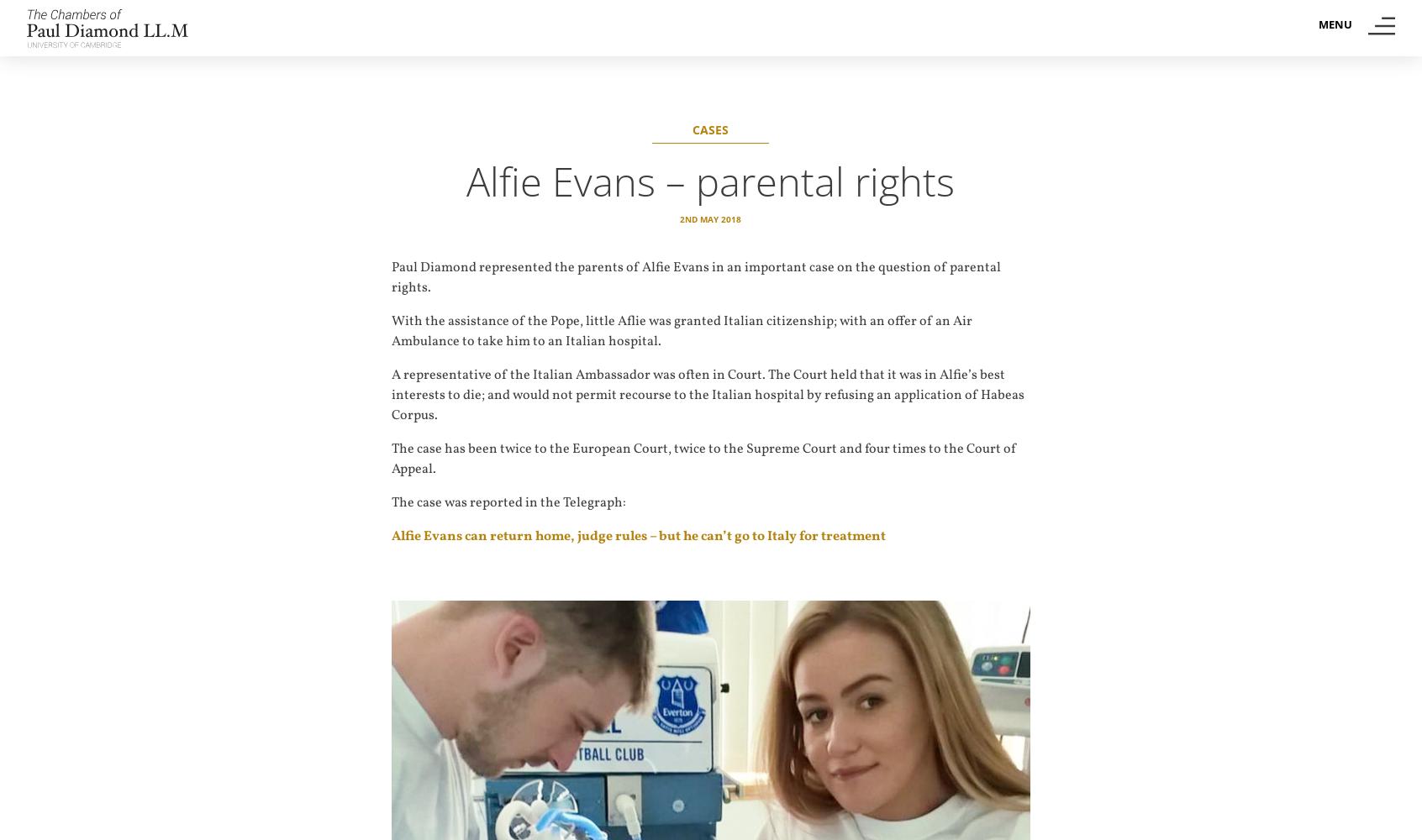  I want to click on 'Alfie Evans can return home, judge rules – but he can’t go to Italy for treatment', so click(638, 537).